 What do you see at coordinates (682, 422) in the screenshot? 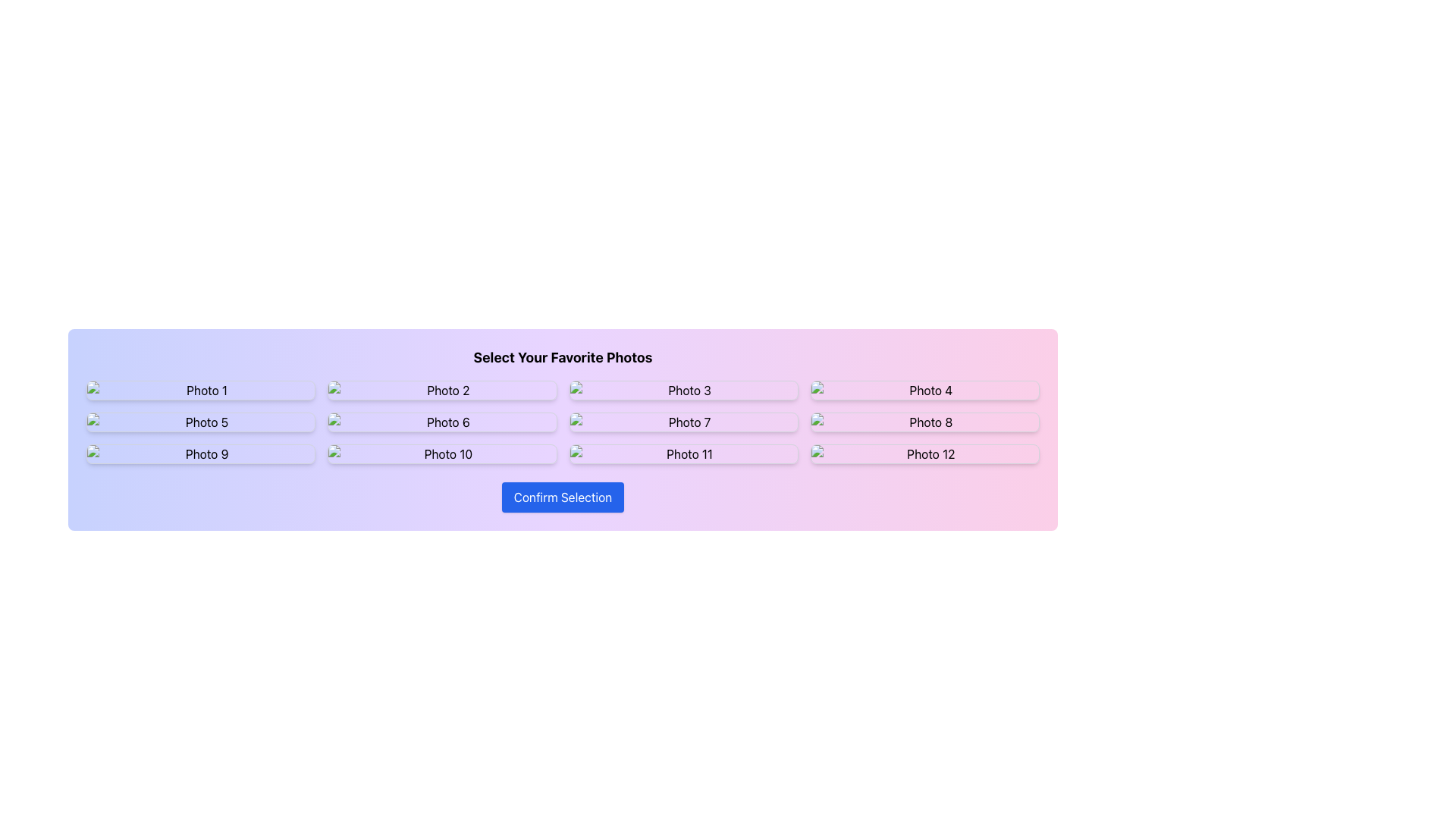
I see `the selectable card located in the second row and third column of the grid layout` at bounding box center [682, 422].